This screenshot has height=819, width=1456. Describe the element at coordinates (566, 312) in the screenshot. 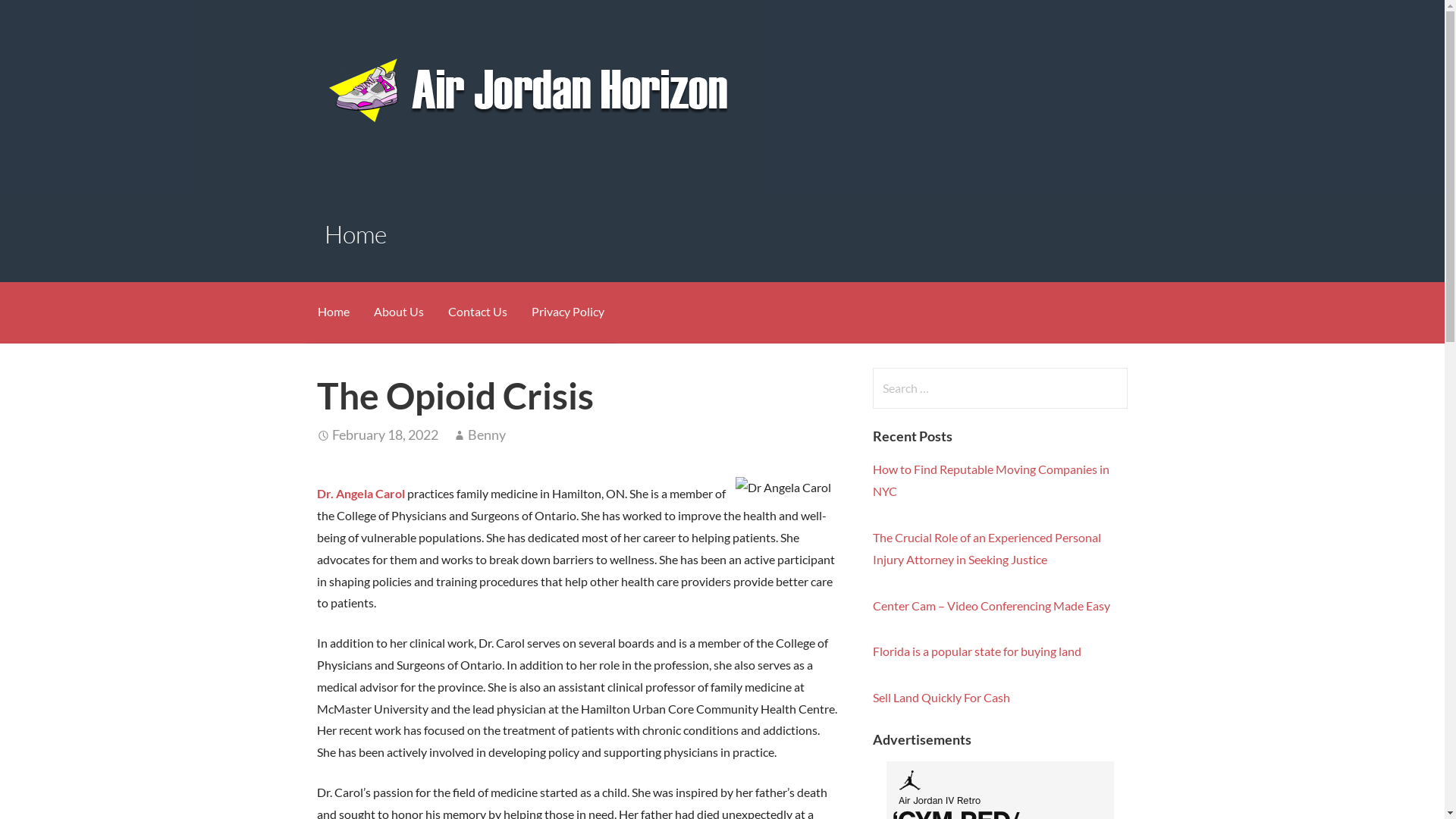

I see `'Privacy Policy'` at that location.